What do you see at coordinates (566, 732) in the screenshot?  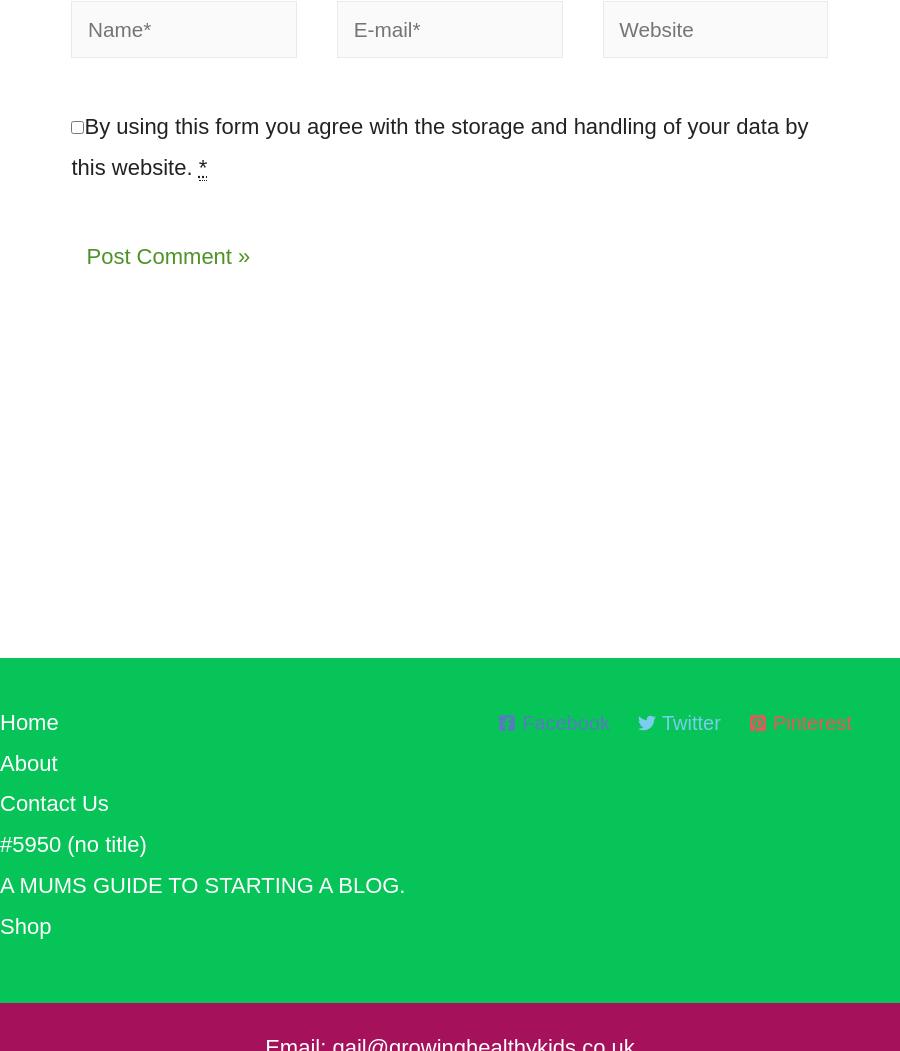 I see `'Facebook'` at bounding box center [566, 732].